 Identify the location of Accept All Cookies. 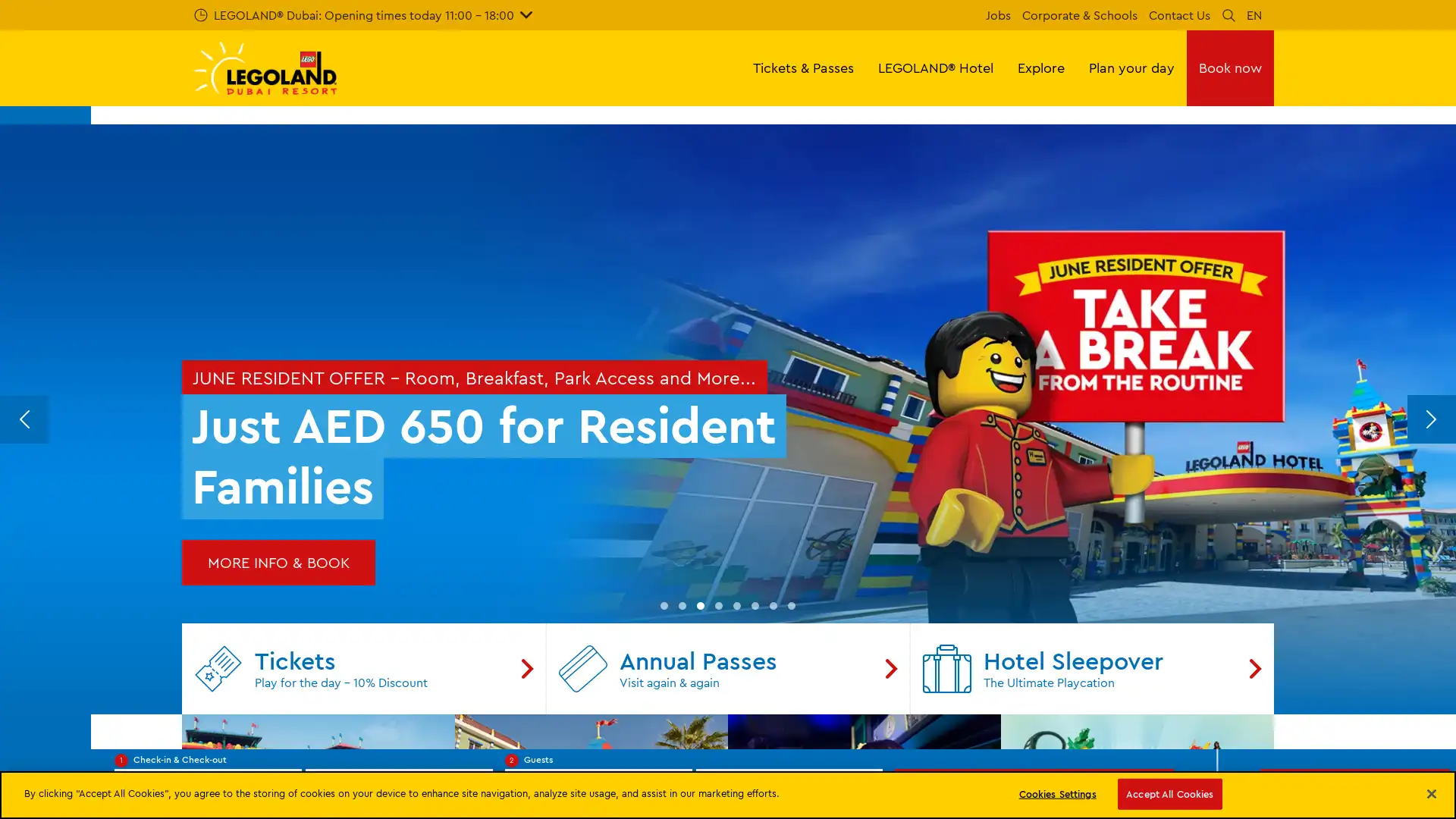
(1169, 792).